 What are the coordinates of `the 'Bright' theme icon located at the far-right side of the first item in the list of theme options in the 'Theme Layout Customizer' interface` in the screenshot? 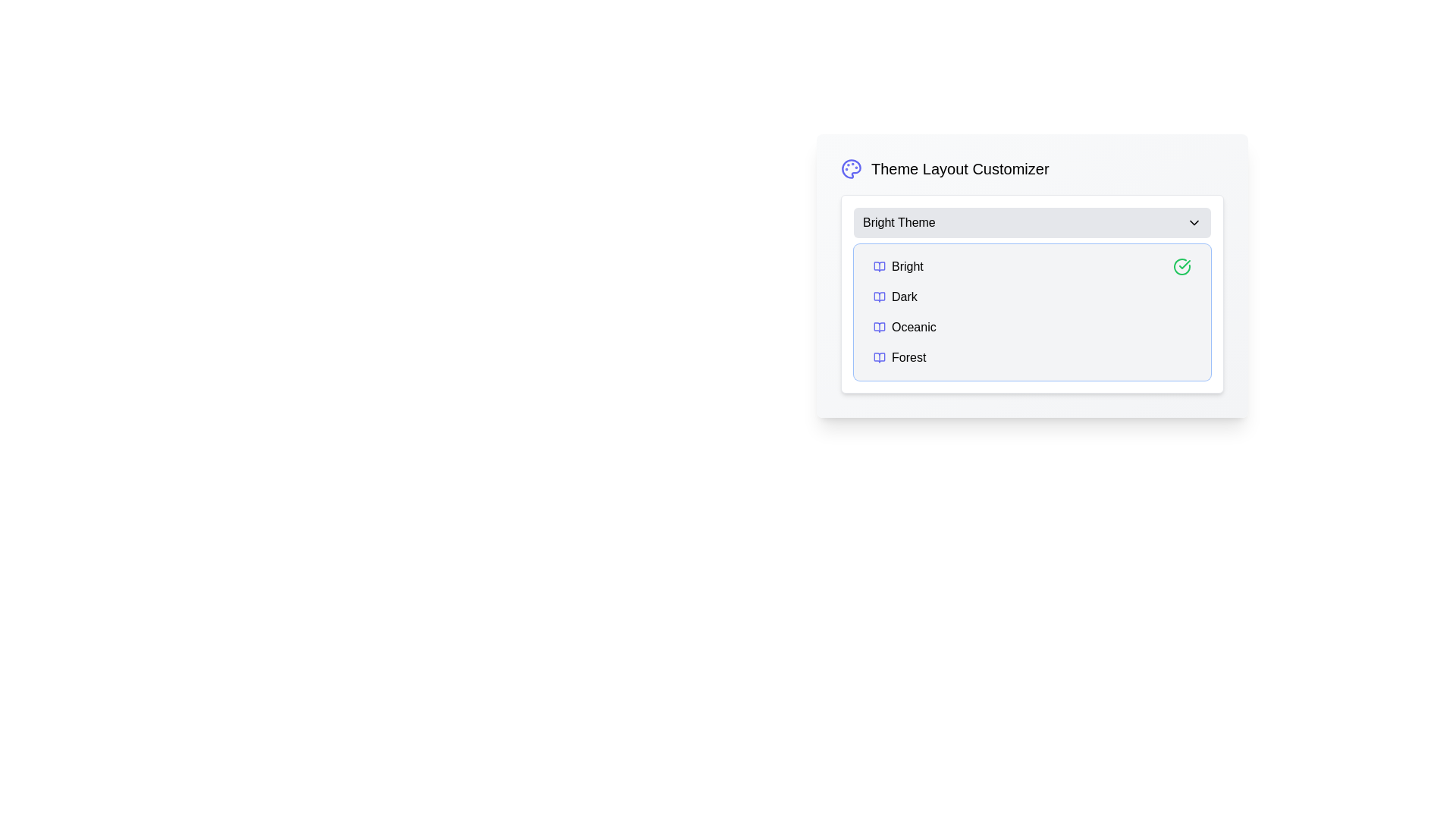 It's located at (1181, 265).